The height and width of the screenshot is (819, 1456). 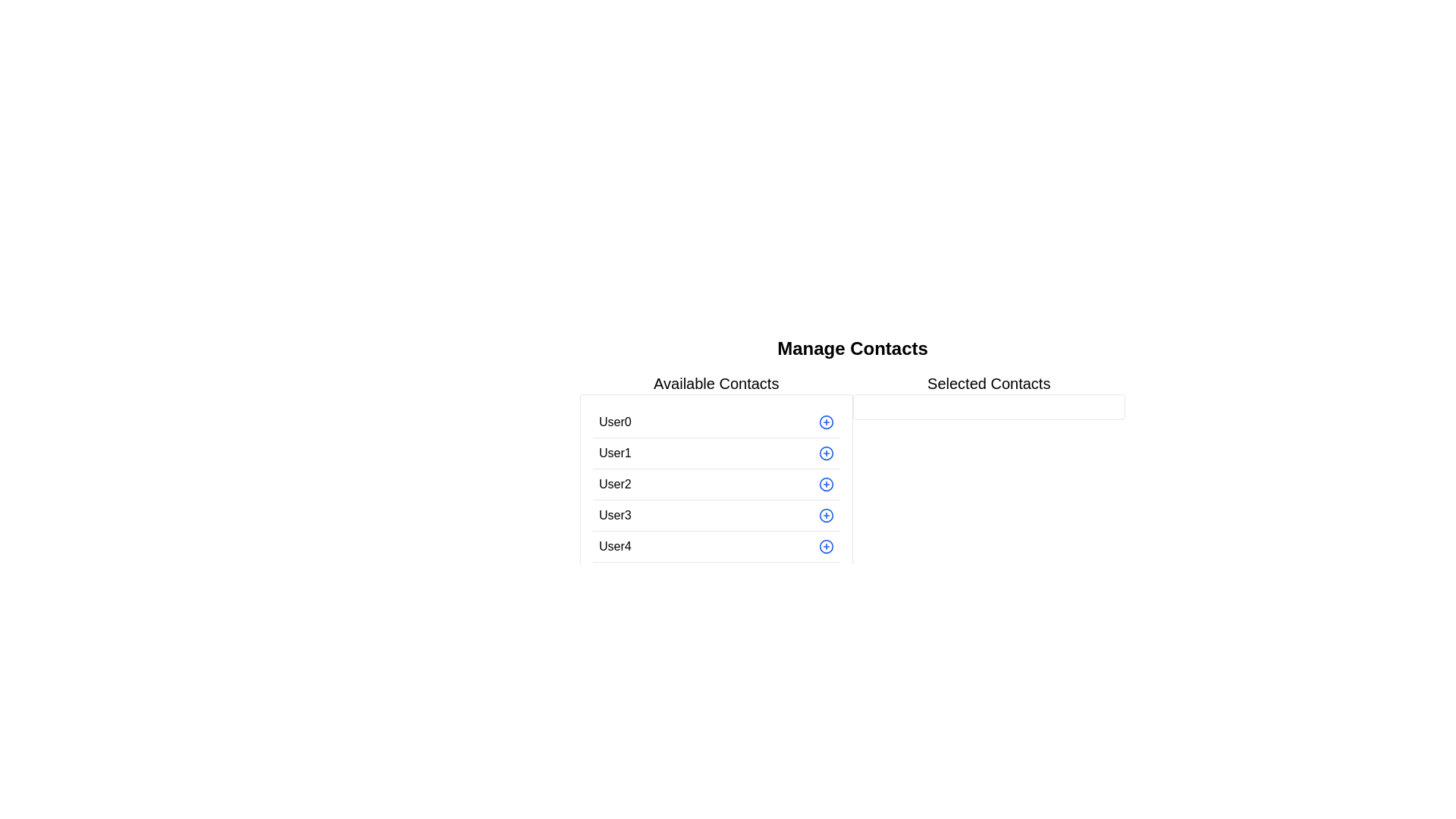 What do you see at coordinates (825, 514) in the screenshot?
I see `the blue circular button with a plus symbol, located to the right of 'User3' in the 'Available Contacts' section` at bounding box center [825, 514].